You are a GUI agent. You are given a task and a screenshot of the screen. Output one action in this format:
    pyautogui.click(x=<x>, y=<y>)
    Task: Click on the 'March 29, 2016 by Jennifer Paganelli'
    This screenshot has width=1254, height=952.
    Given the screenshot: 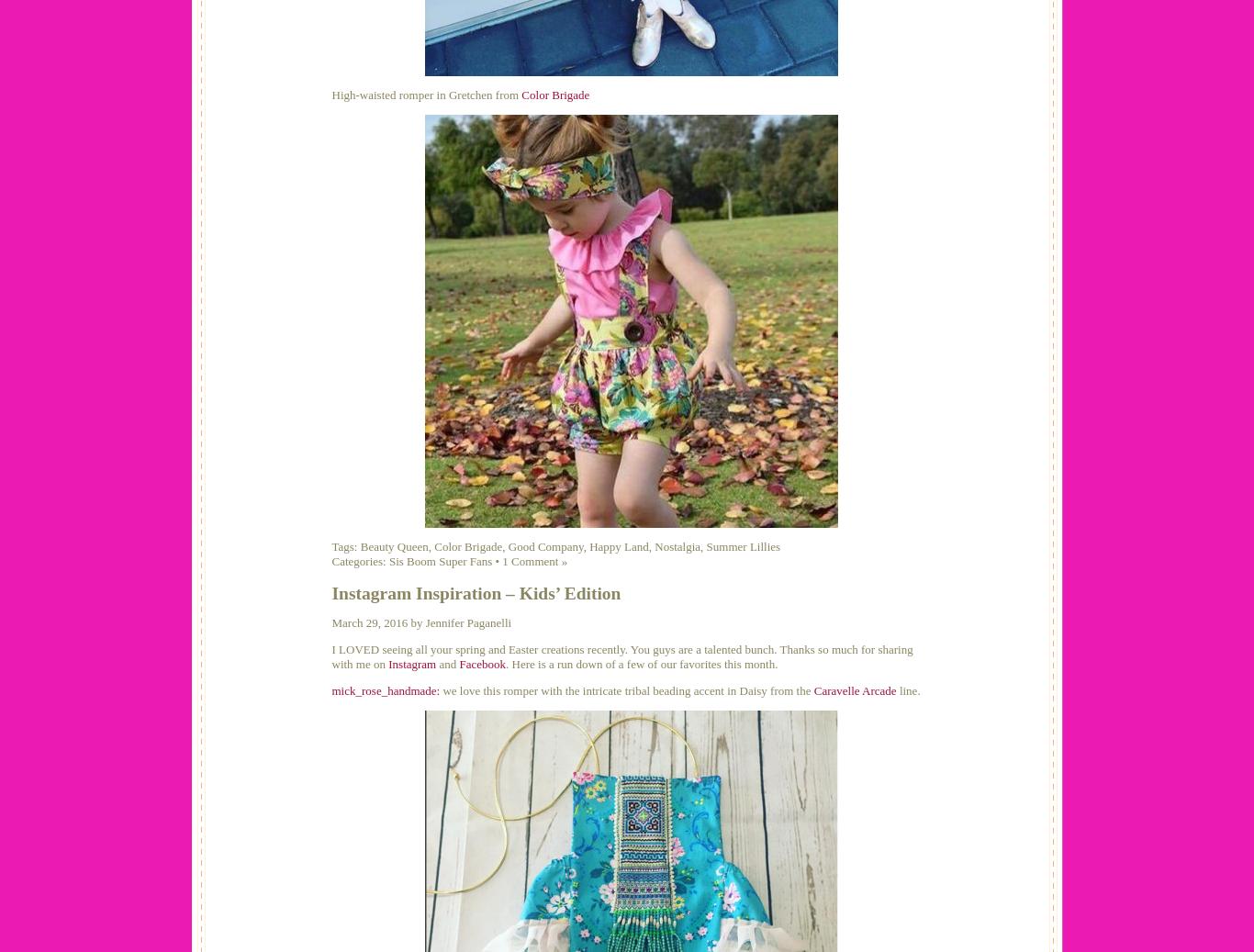 What is the action you would take?
    pyautogui.click(x=420, y=622)
    